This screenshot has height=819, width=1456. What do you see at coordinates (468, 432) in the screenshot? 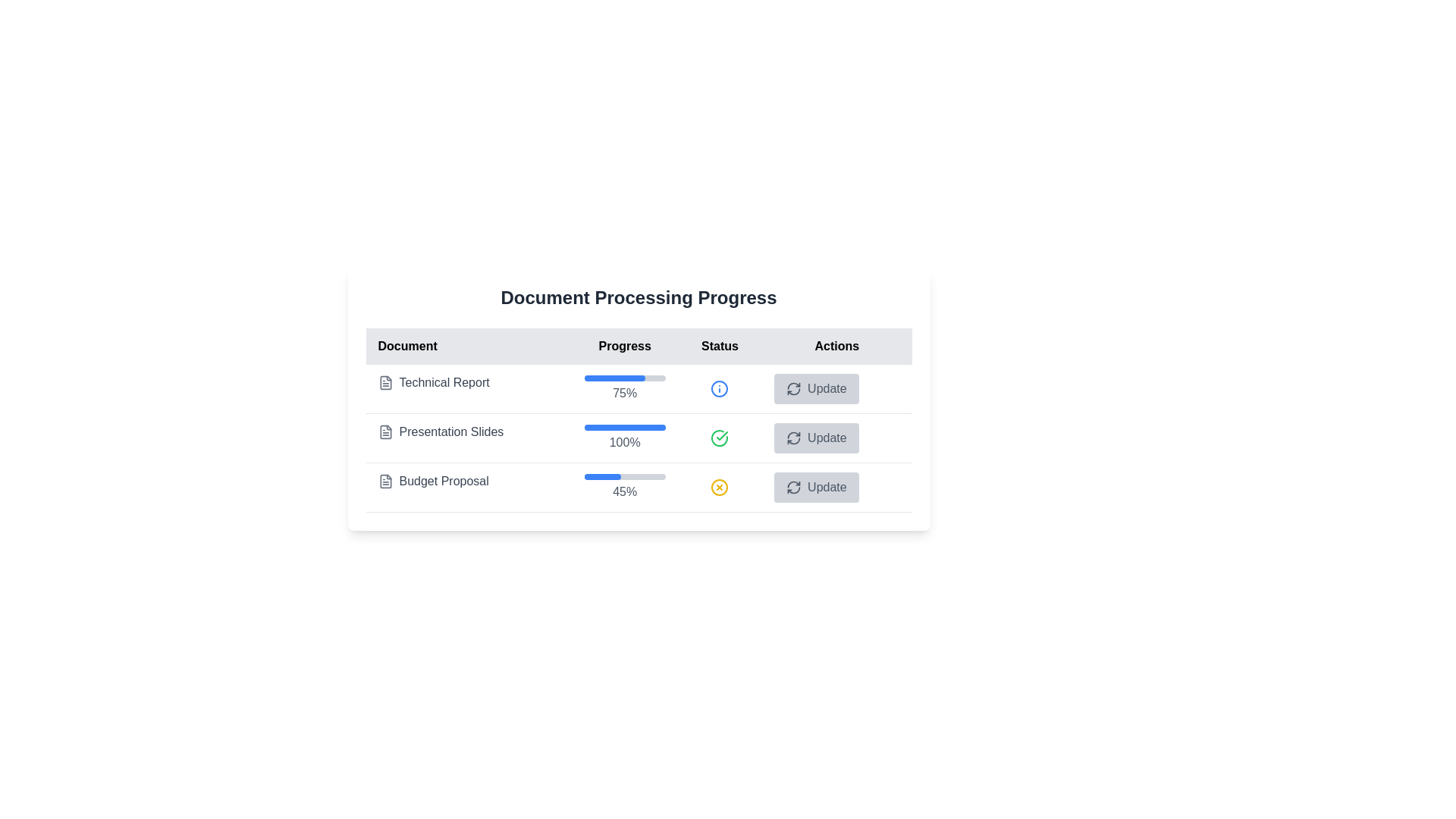
I see `the 'Presentation Slides' label with icon representation, which displays a document icon and is located in the second row under the 'Document' column` at bounding box center [468, 432].